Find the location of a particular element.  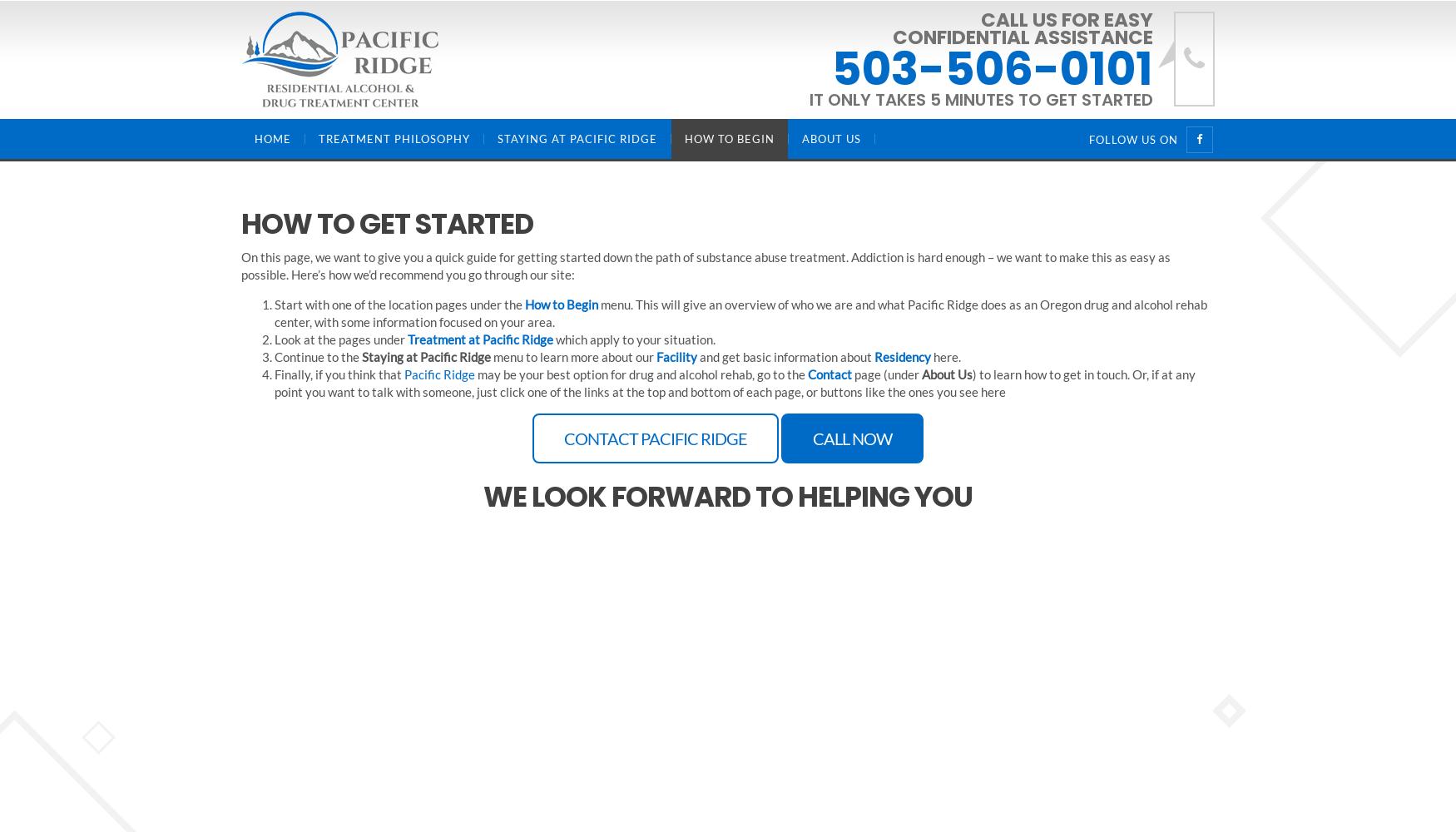

'Staying at Pacific Ridge' is located at coordinates (425, 357).